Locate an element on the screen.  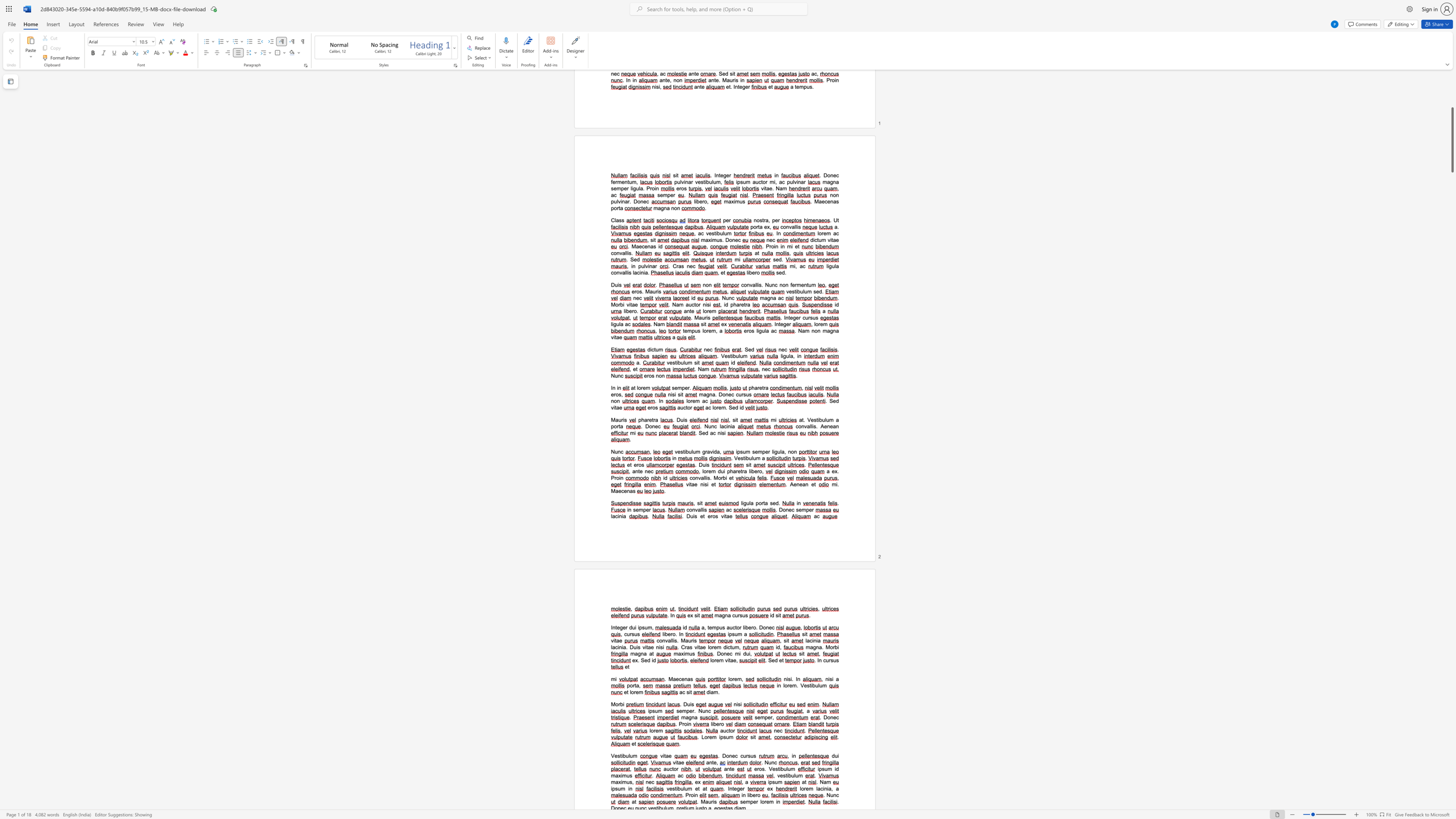
the space between the continuous character "i" and "." in the text is located at coordinates (791, 679).